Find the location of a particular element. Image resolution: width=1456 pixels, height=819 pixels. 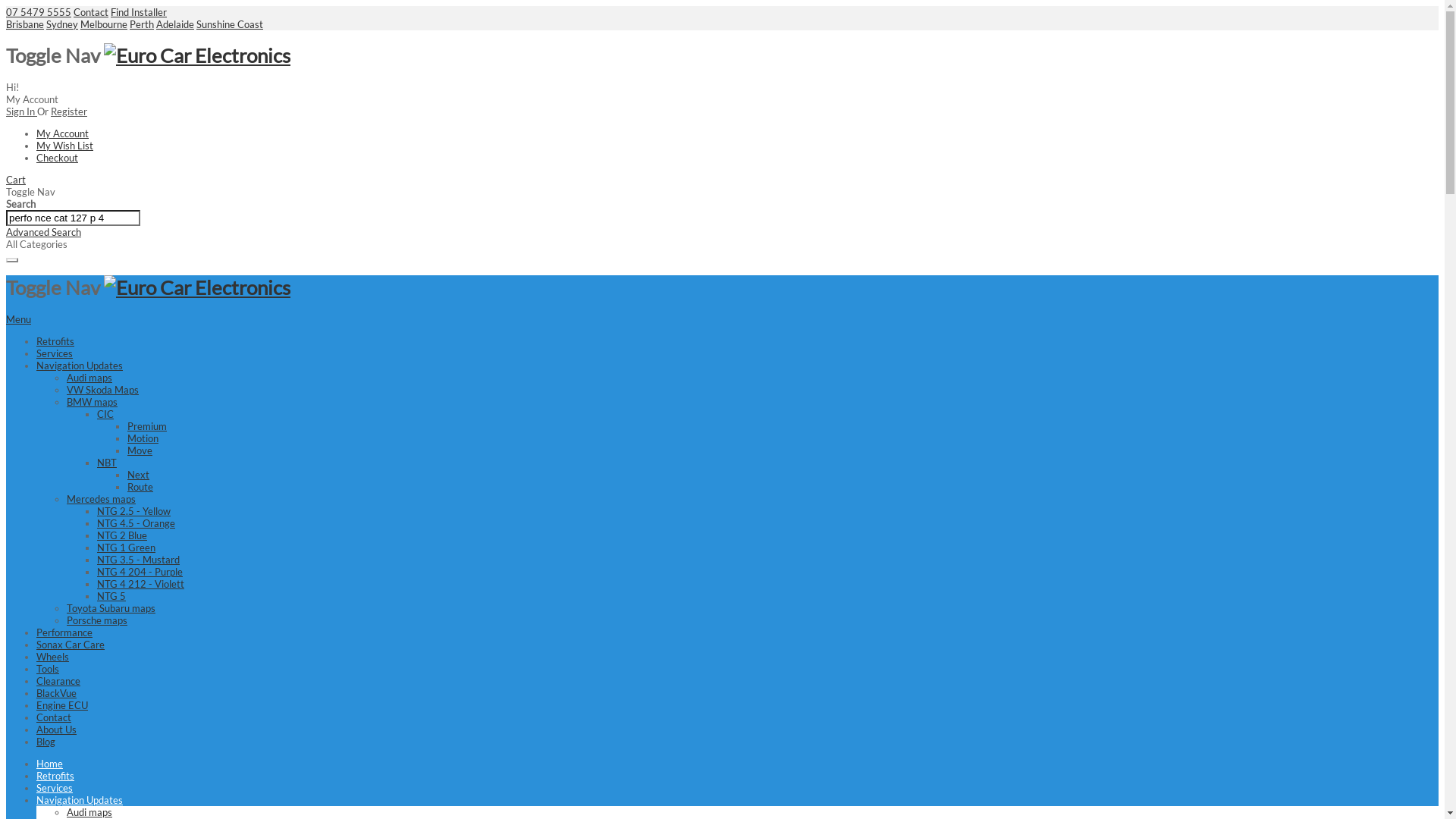

'Move' is located at coordinates (140, 450).